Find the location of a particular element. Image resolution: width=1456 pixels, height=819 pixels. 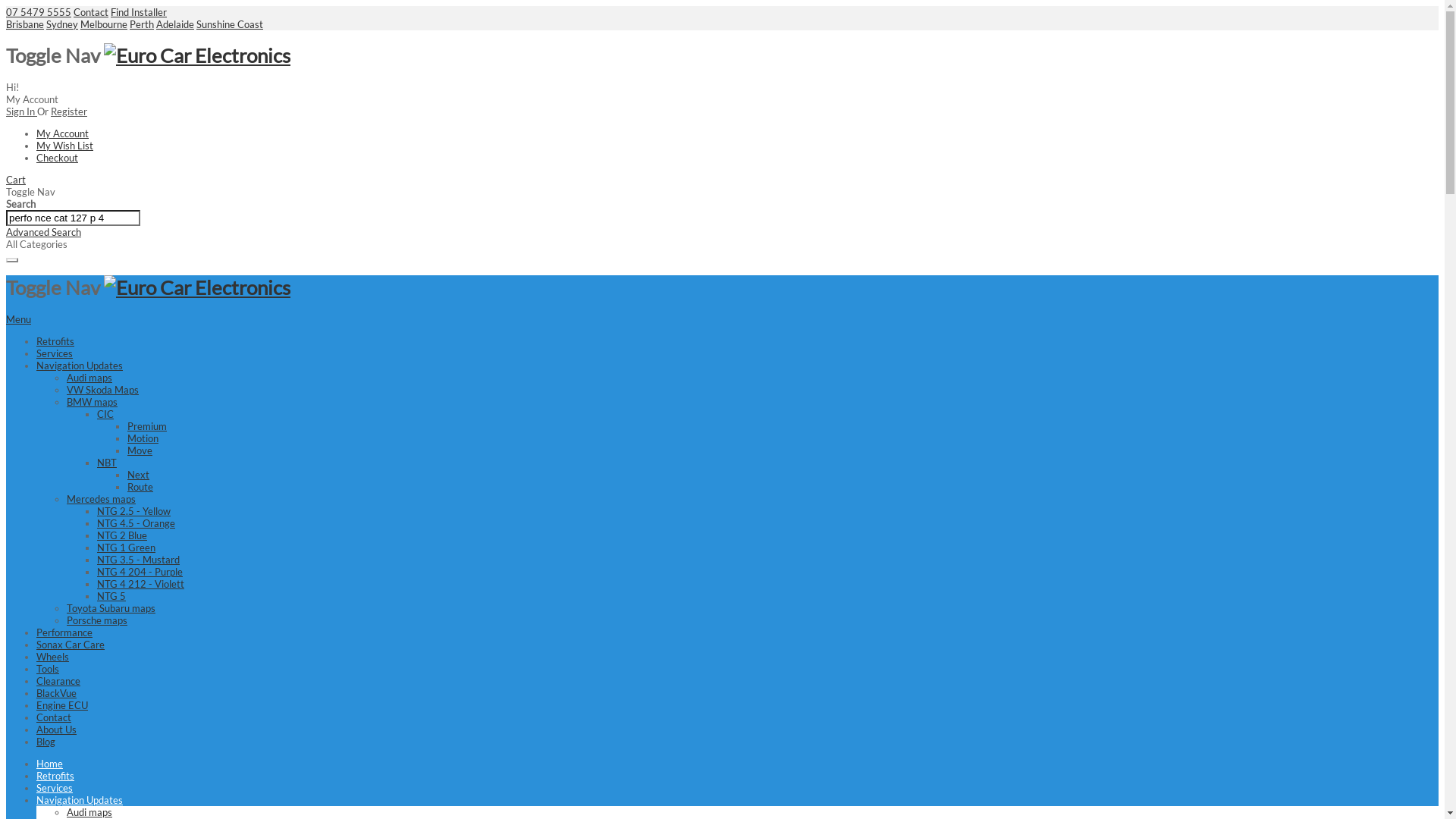

'Move' is located at coordinates (140, 450).